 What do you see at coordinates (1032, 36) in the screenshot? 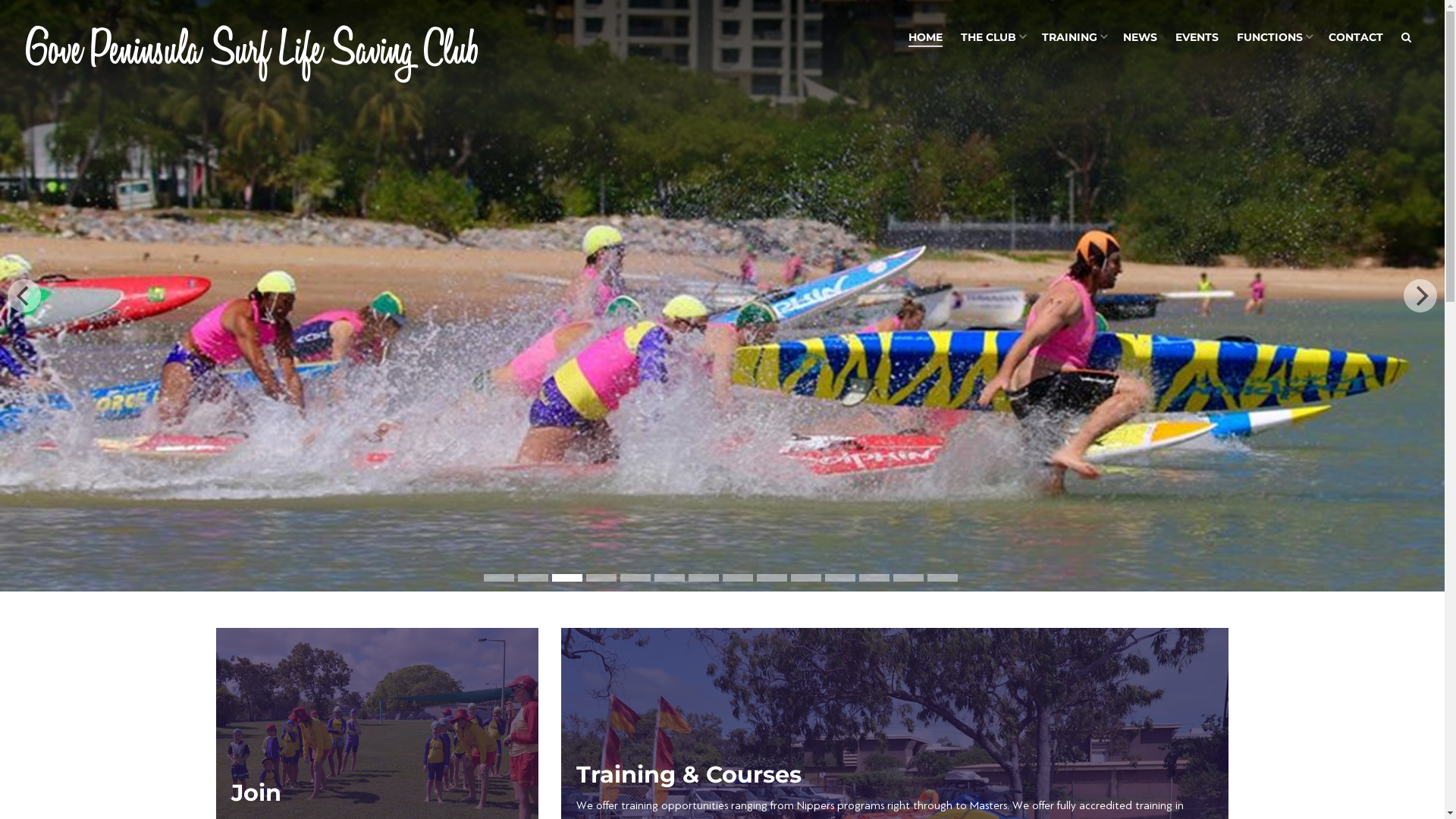
I see `'TRAINING'` at bounding box center [1032, 36].